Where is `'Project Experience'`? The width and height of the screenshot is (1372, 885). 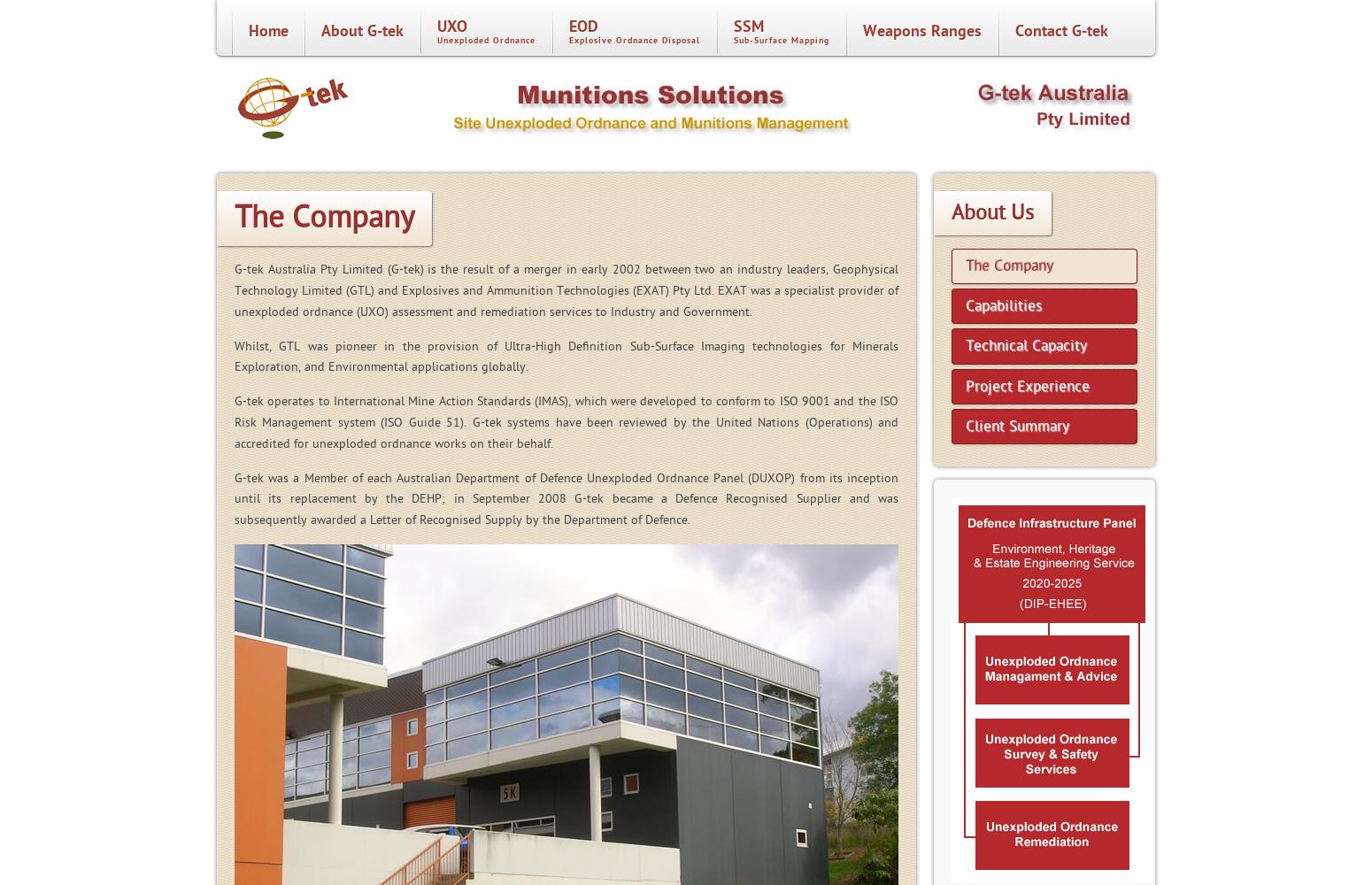 'Project Experience' is located at coordinates (1026, 385).